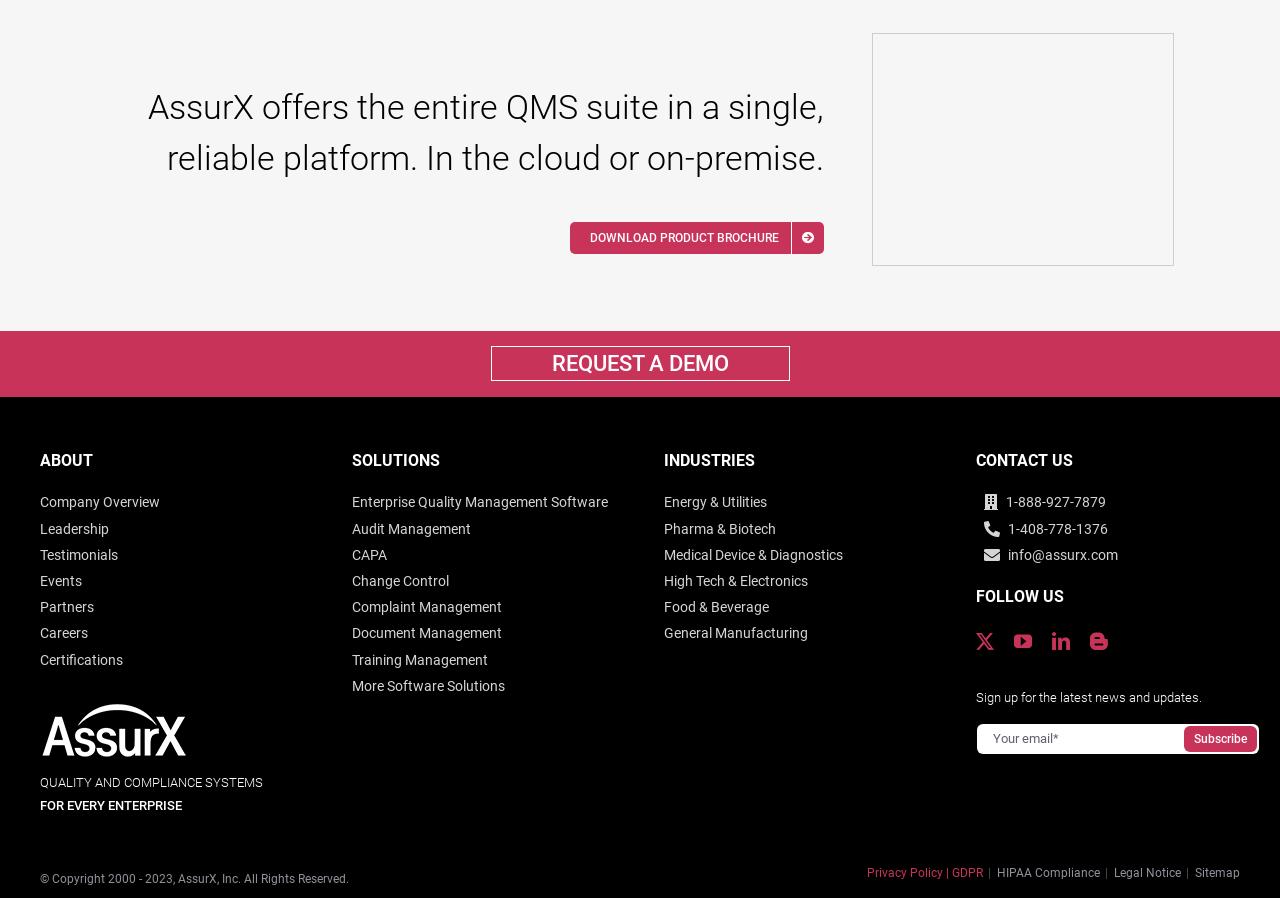 This screenshot has height=898, width=1280. I want to click on 'Careers', so click(62, 632).